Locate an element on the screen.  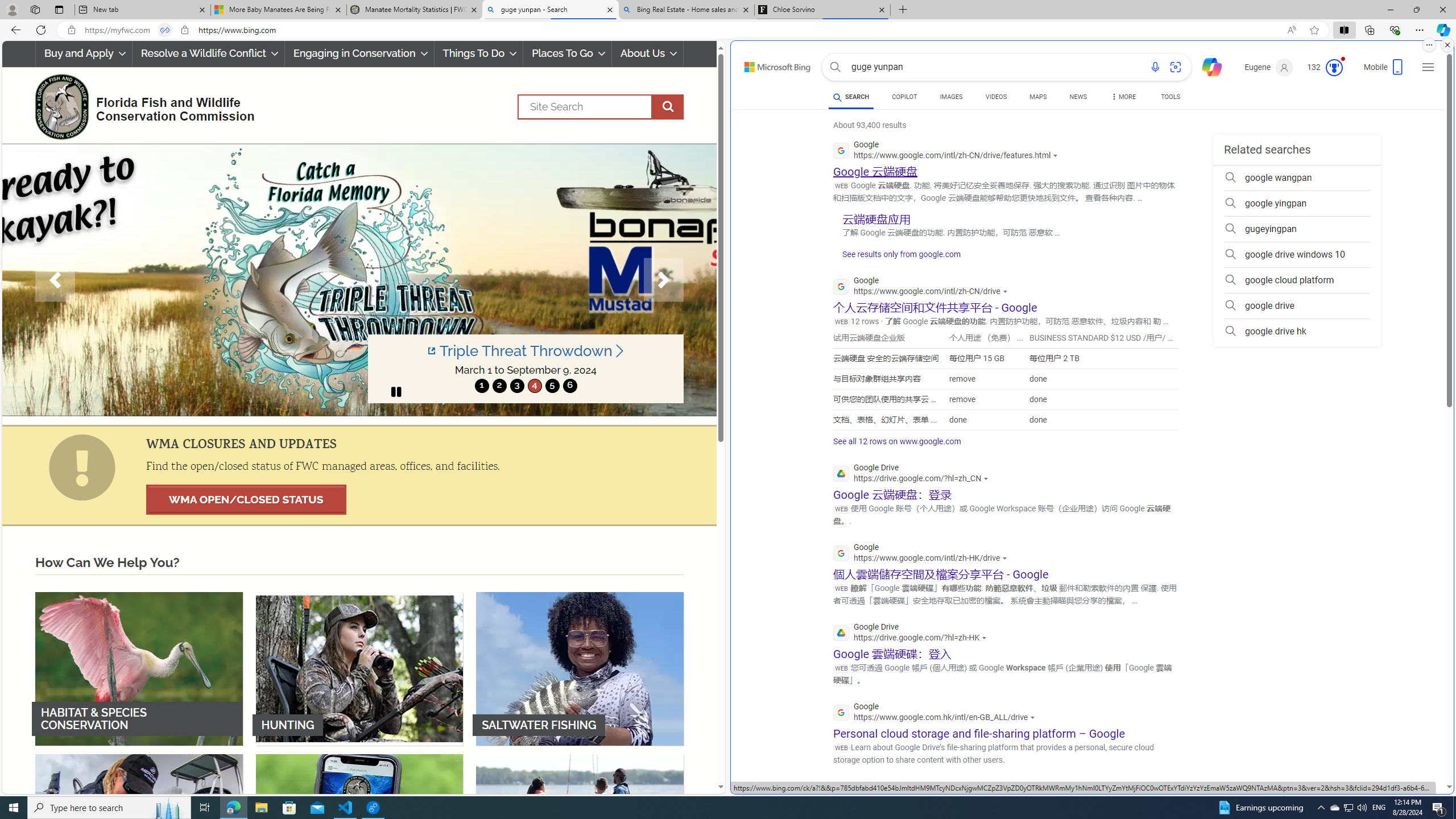
'IMAGES' is located at coordinates (950, 96).